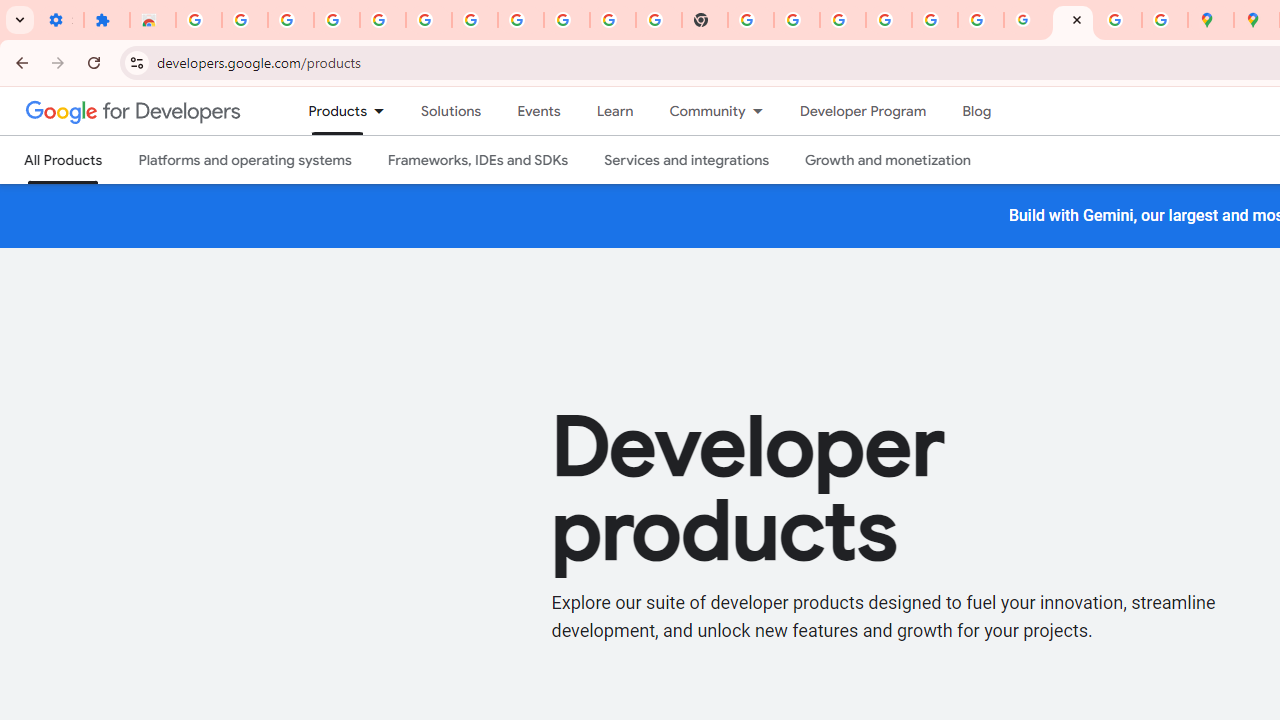  Describe the element at coordinates (977, 111) in the screenshot. I see `'Blog'` at that location.